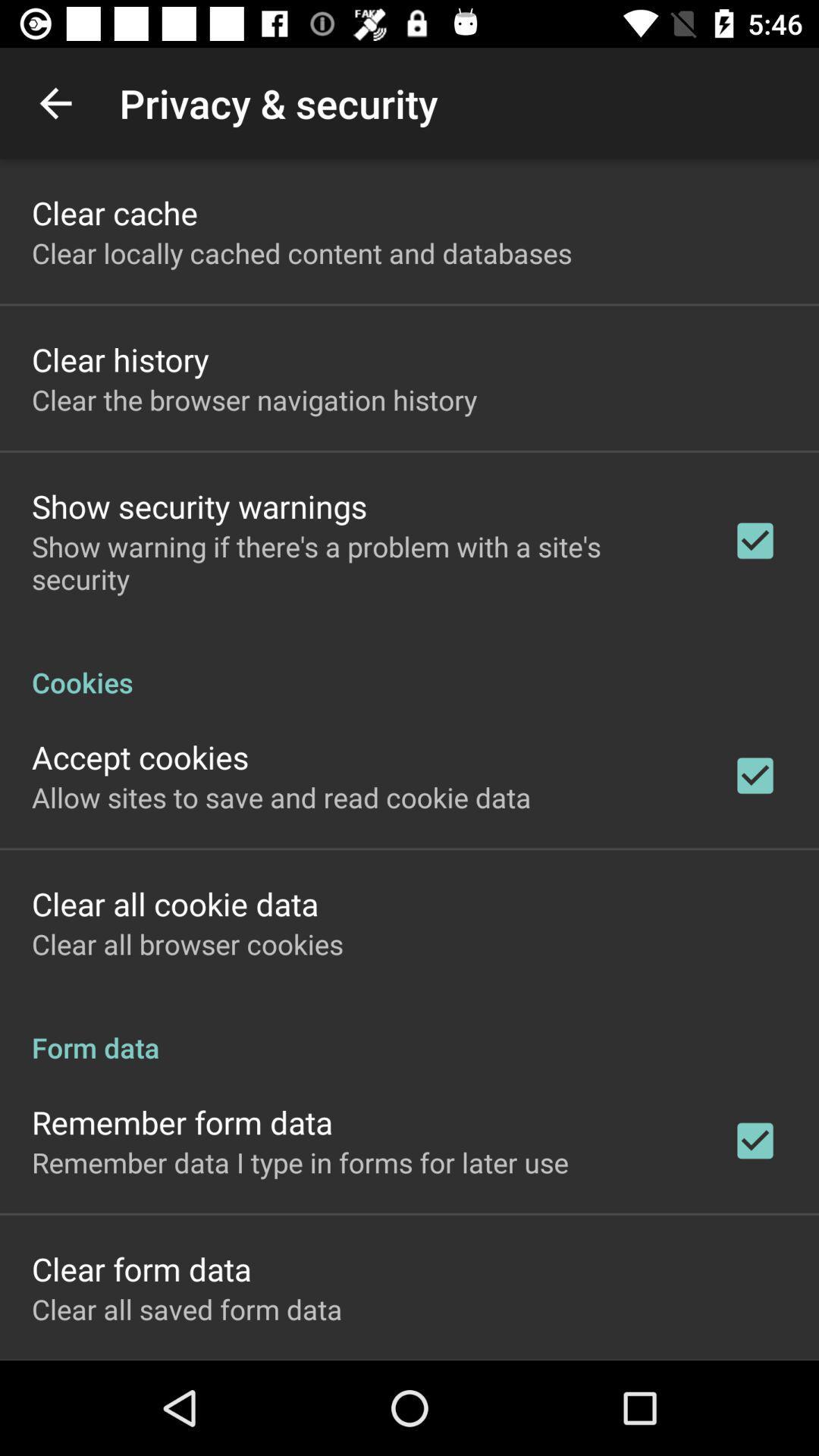  Describe the element at coordinates (281, 796) in the screenshot. I see `the allow sites to icon` at that location.